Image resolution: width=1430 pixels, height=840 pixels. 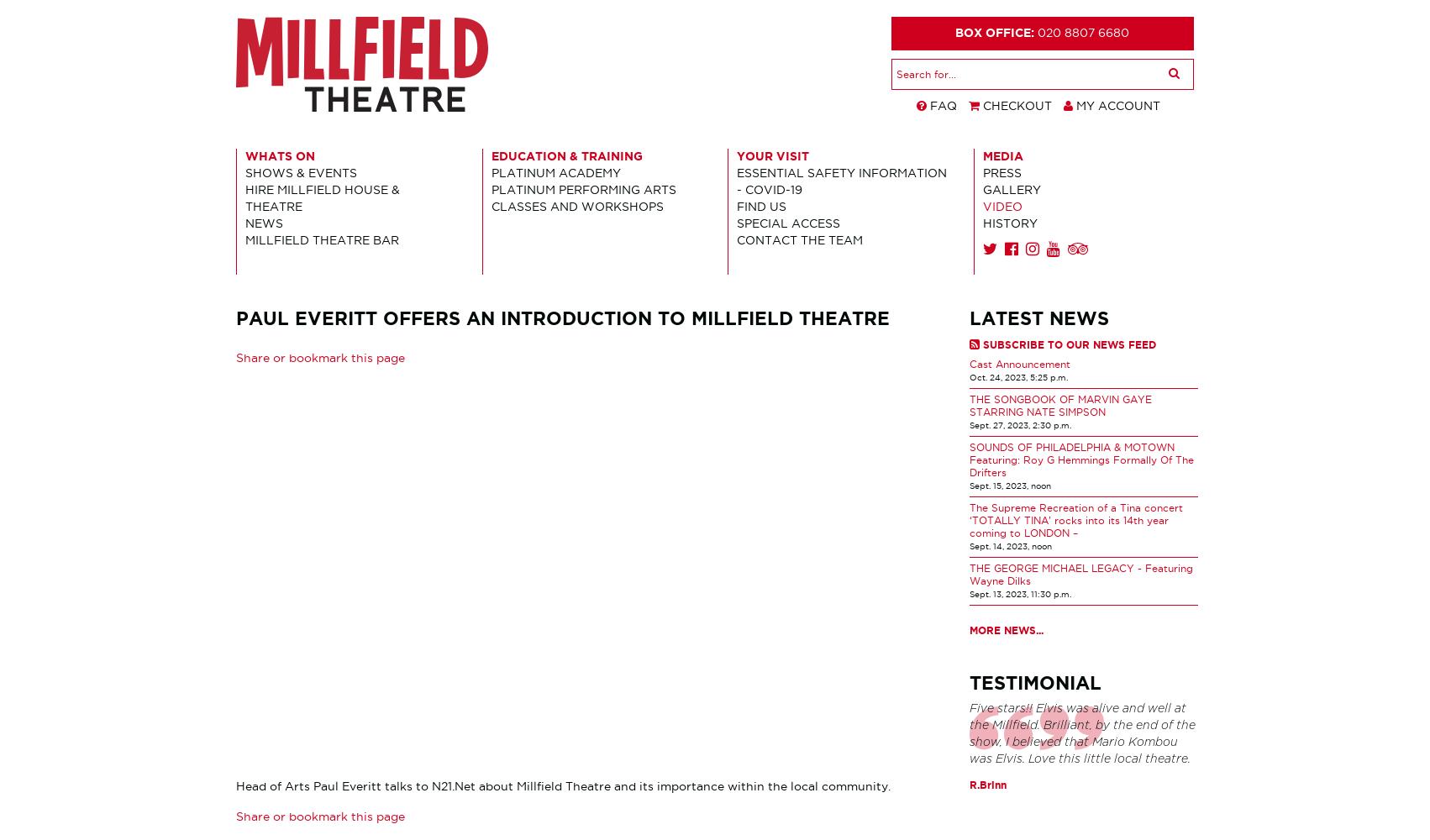 I want to click on 'Cast Announcement', so click(x=1019, y=364).